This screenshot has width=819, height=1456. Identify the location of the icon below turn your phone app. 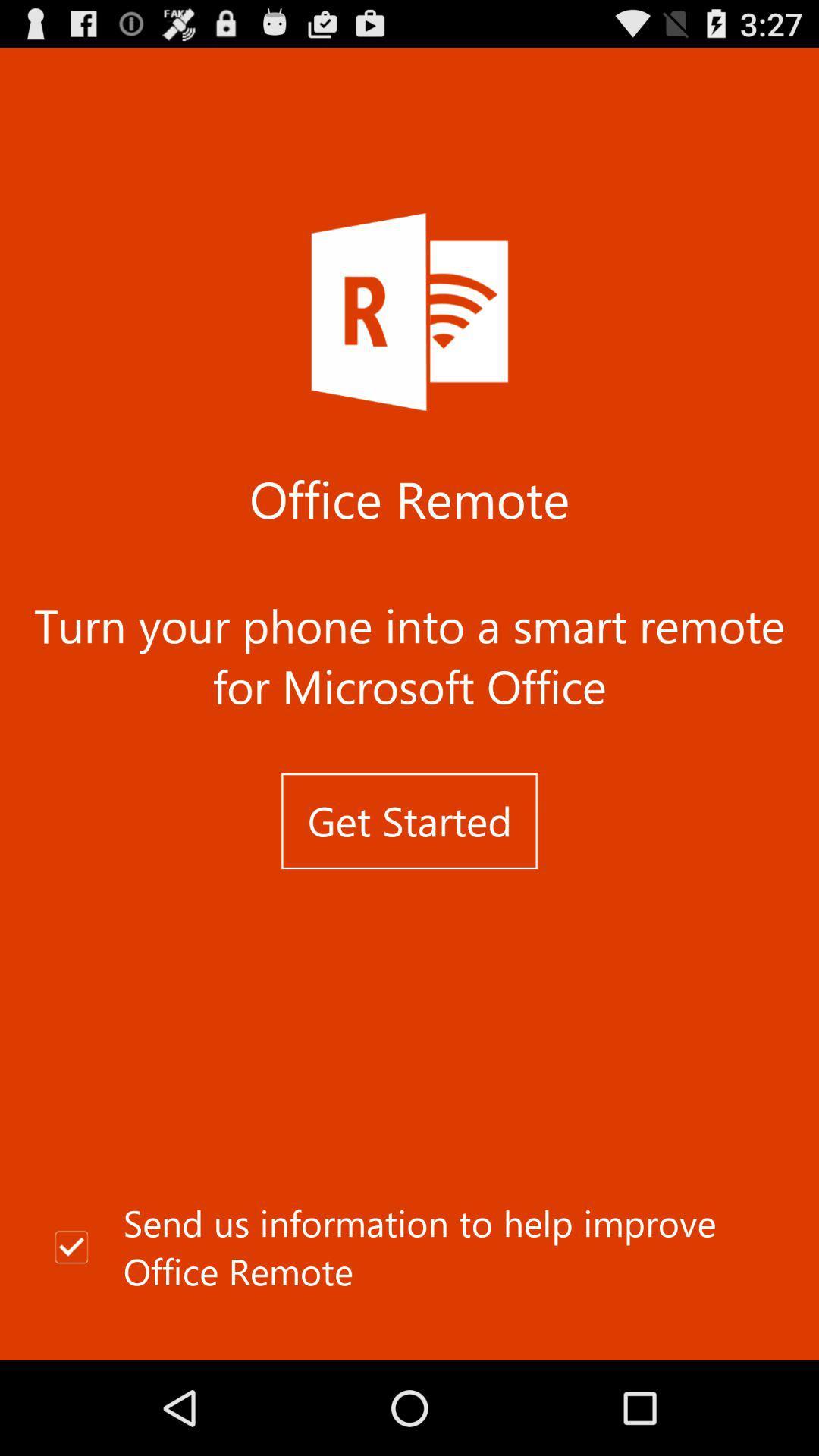
(409, 821).